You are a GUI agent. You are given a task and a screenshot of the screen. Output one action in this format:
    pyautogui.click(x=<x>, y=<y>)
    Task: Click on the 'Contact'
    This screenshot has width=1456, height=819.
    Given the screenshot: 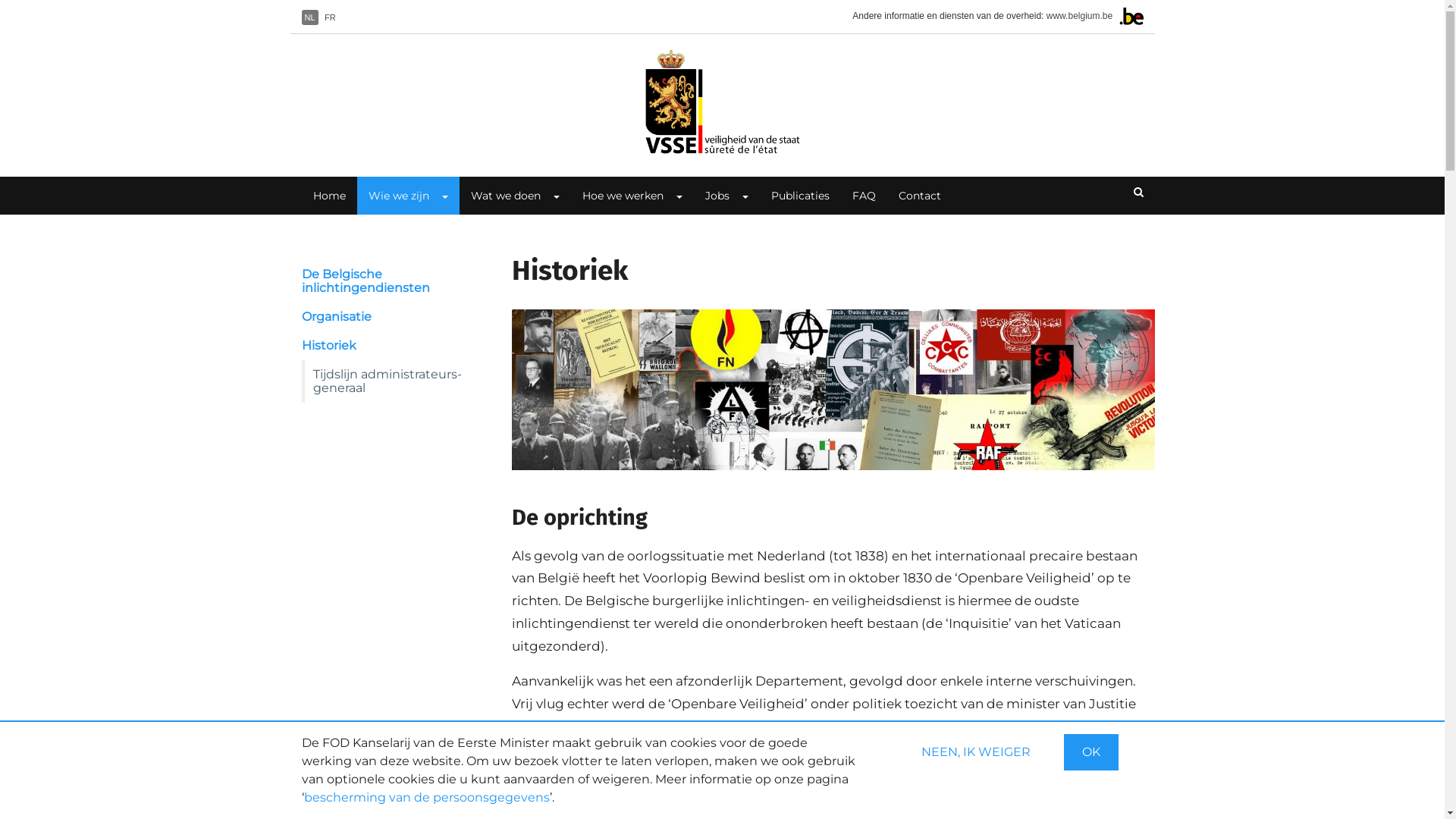 What is the action you would take?
    pyautogui.click(x=919, y=195)
    